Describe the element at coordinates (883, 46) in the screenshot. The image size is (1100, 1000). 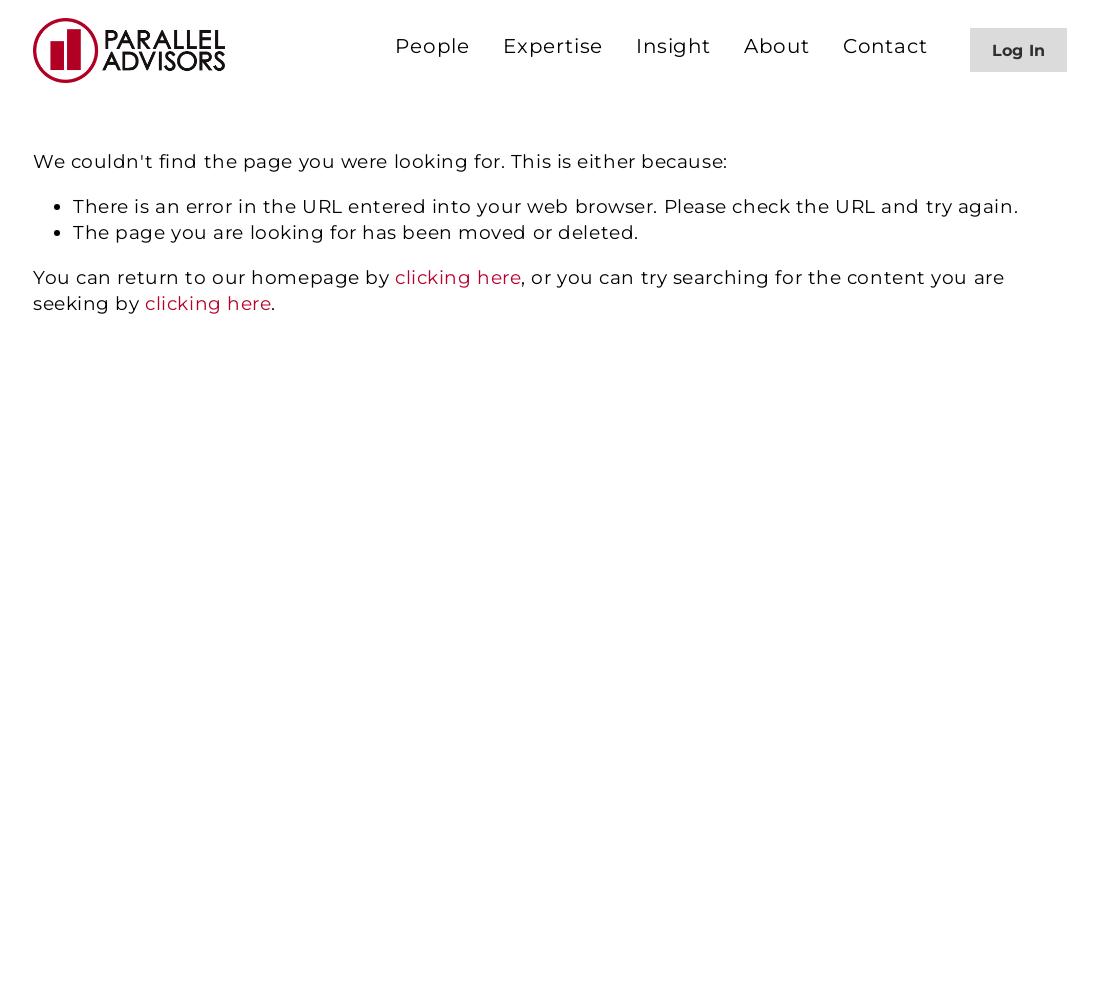
I see `'Contact'` at that location.